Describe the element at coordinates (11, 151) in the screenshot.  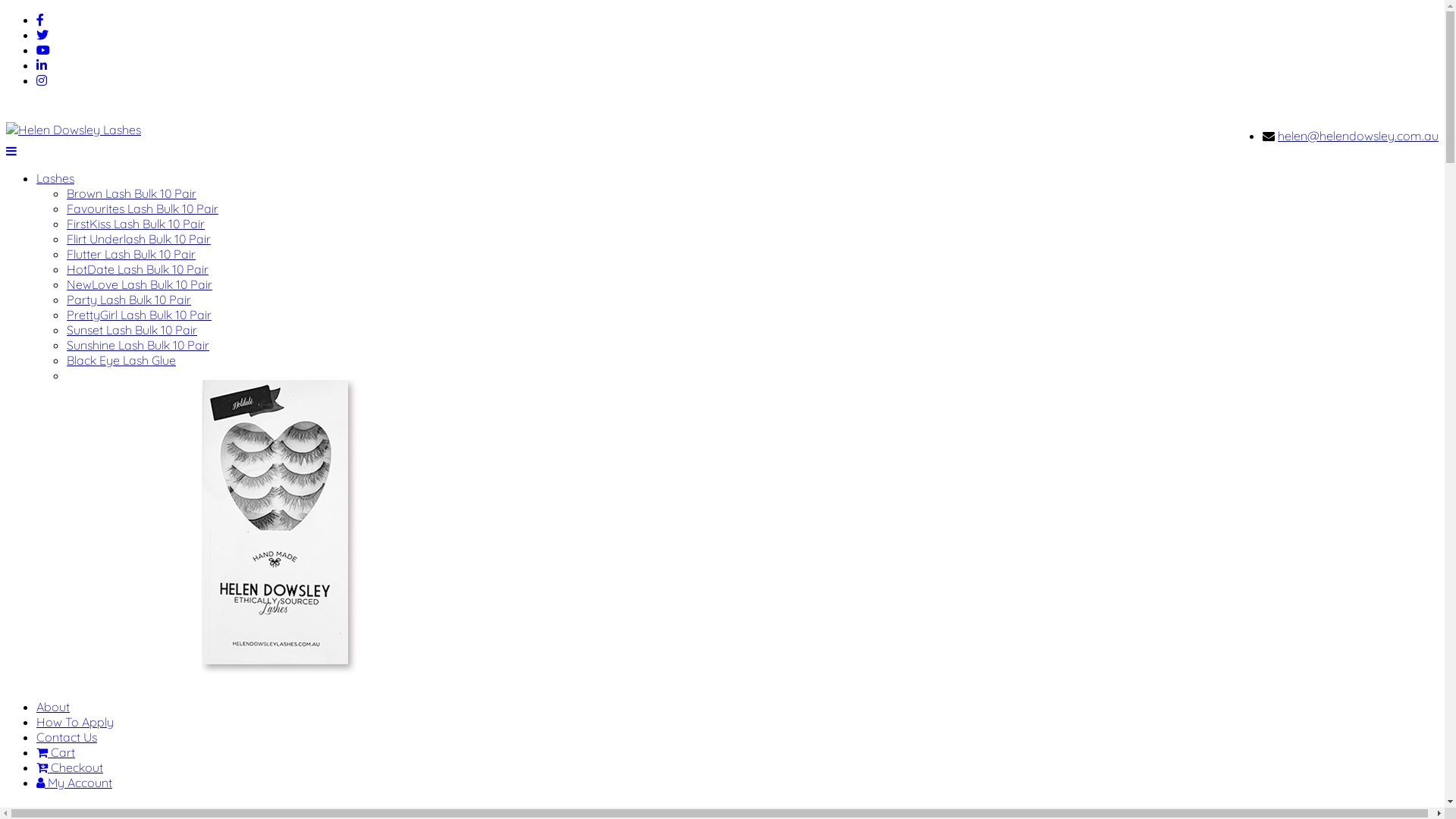
I see `'Navigation'` at that location.